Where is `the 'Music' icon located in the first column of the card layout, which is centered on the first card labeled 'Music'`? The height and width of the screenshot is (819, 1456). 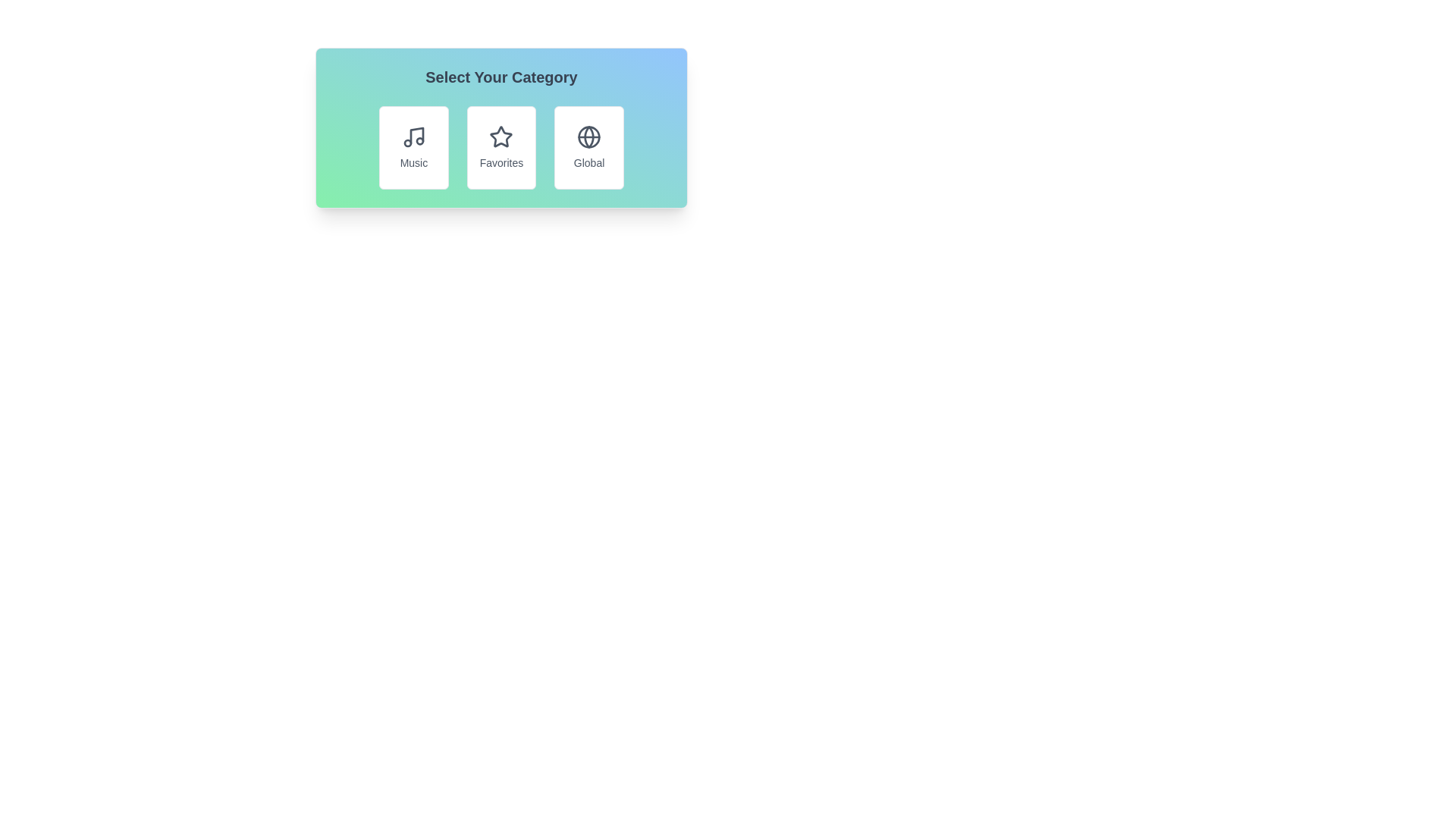 the 'Music' icon located in the first column of the card layout, which is centered on the first card labeled 'Music' is located at coordinates (413, 137).